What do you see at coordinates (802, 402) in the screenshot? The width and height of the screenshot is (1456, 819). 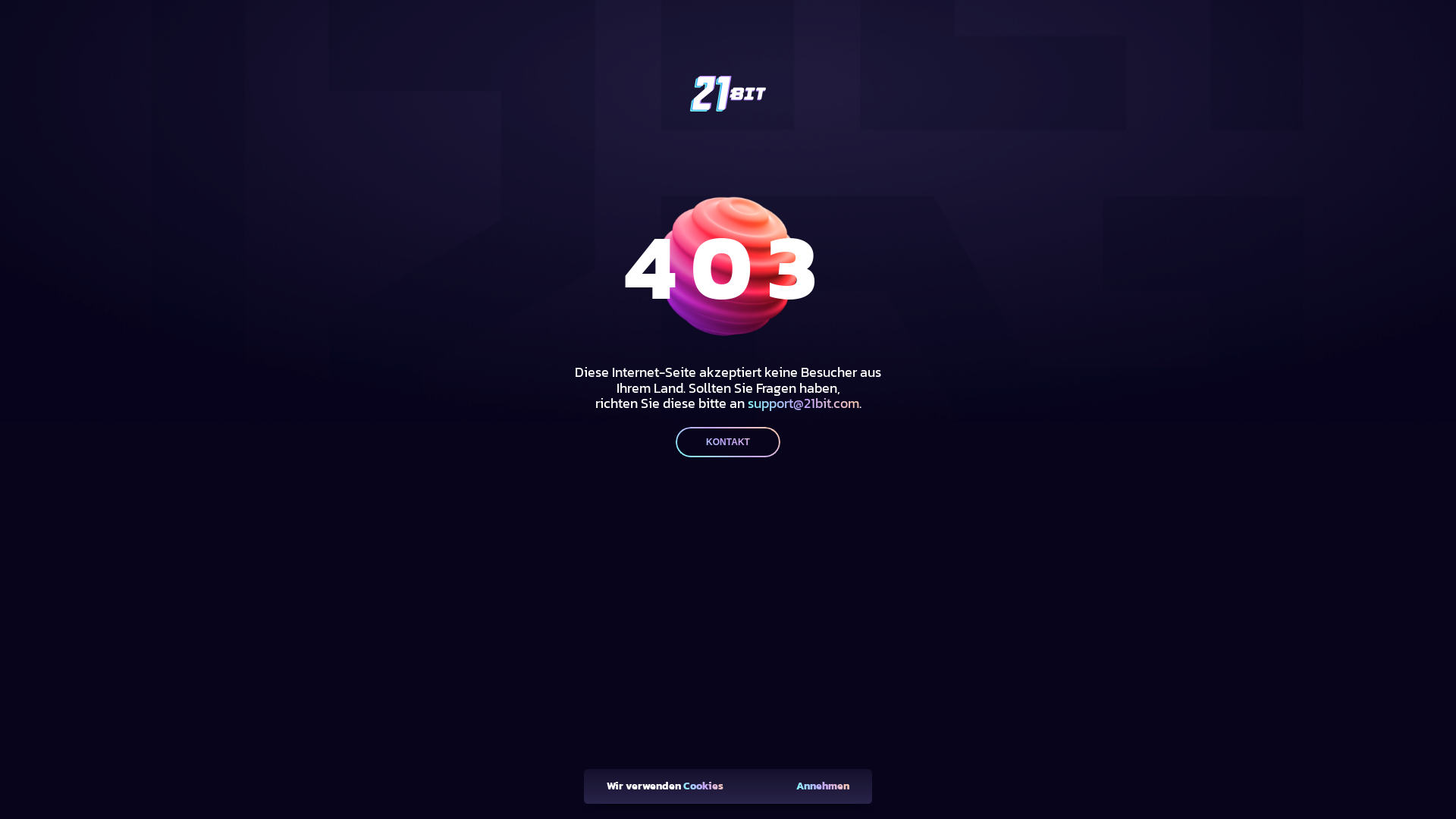 I see `'support@21bit.com'` at bounding box center [802, 402].